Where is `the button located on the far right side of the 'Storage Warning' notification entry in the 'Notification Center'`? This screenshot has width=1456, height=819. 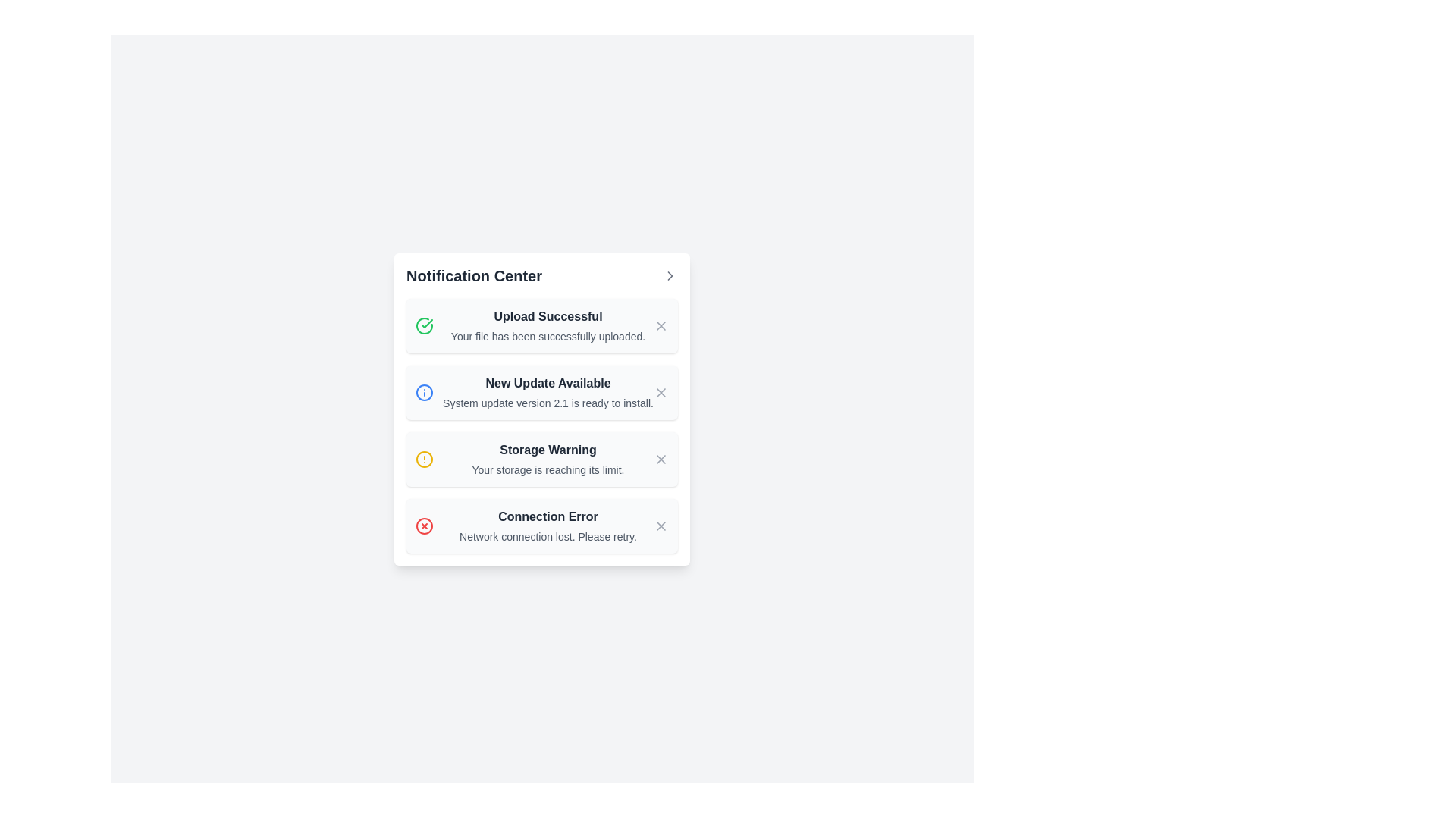 the button located on the far right side of the 'Storage Warning' notification entry in the 'Notification Center' is located at coordinates (661, 458).